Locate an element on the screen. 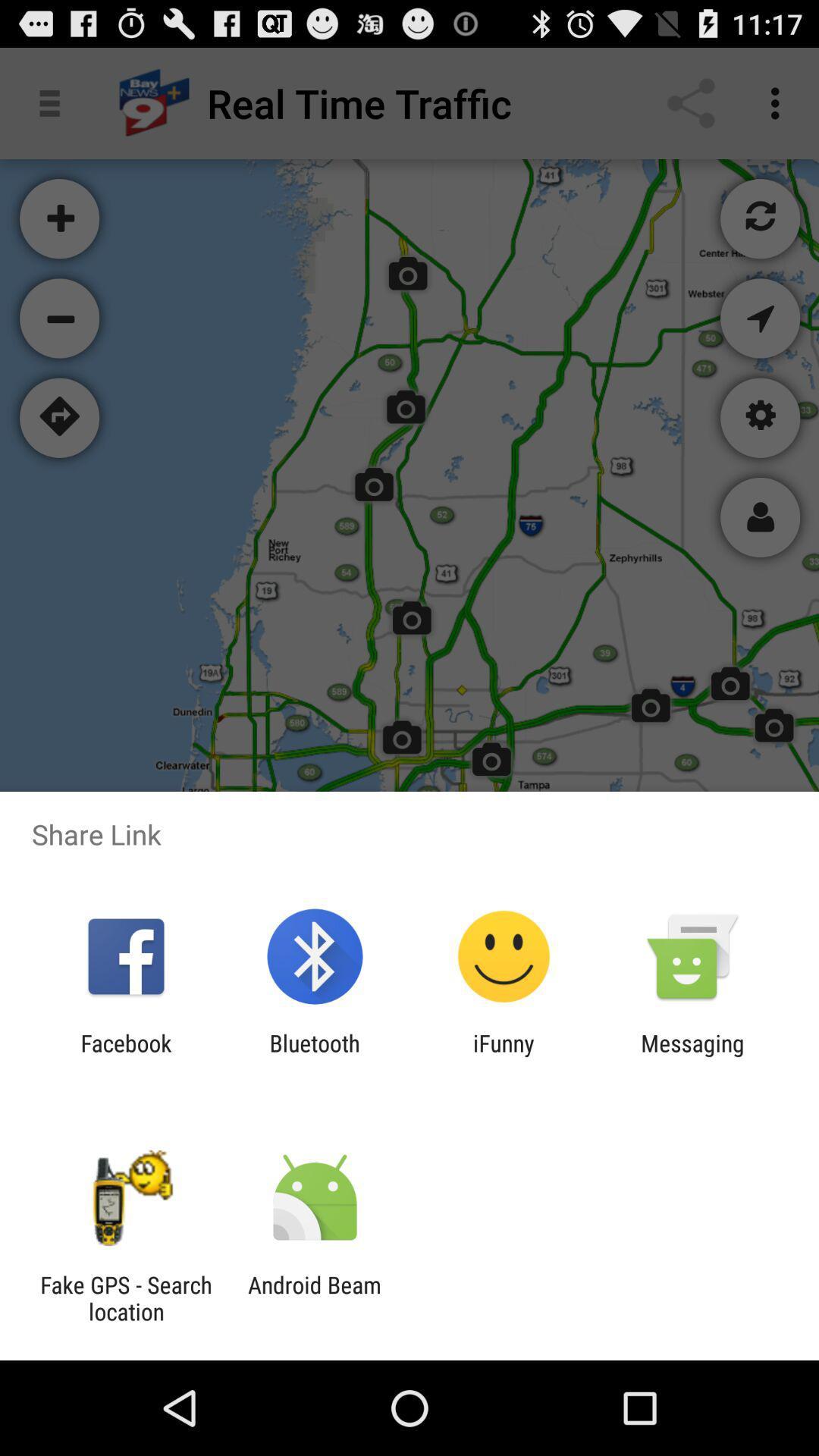  the android beam is located at coordinates (314, 1298).